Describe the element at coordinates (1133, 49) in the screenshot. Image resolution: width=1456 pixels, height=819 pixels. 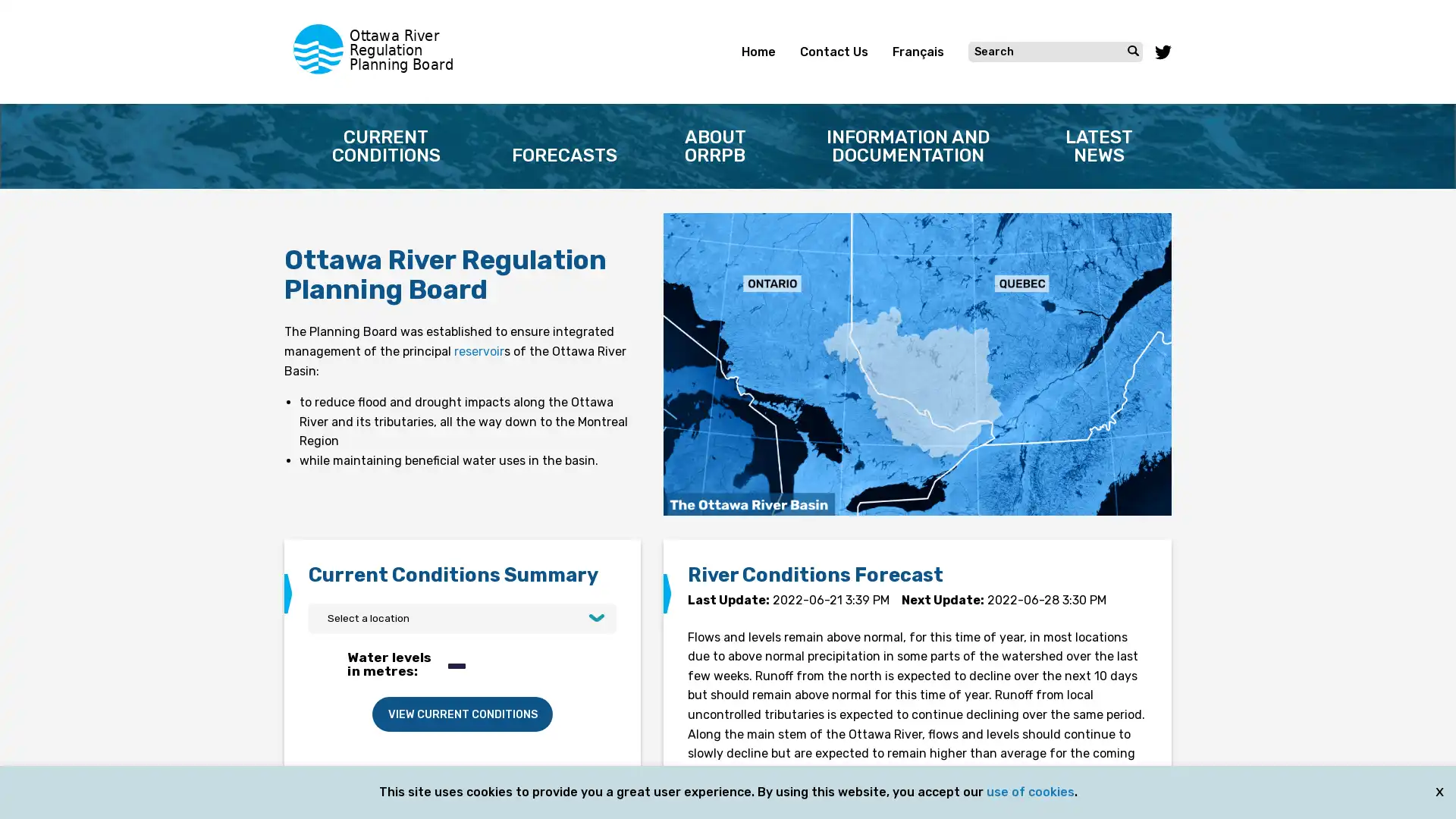
I see `Search` at that location.